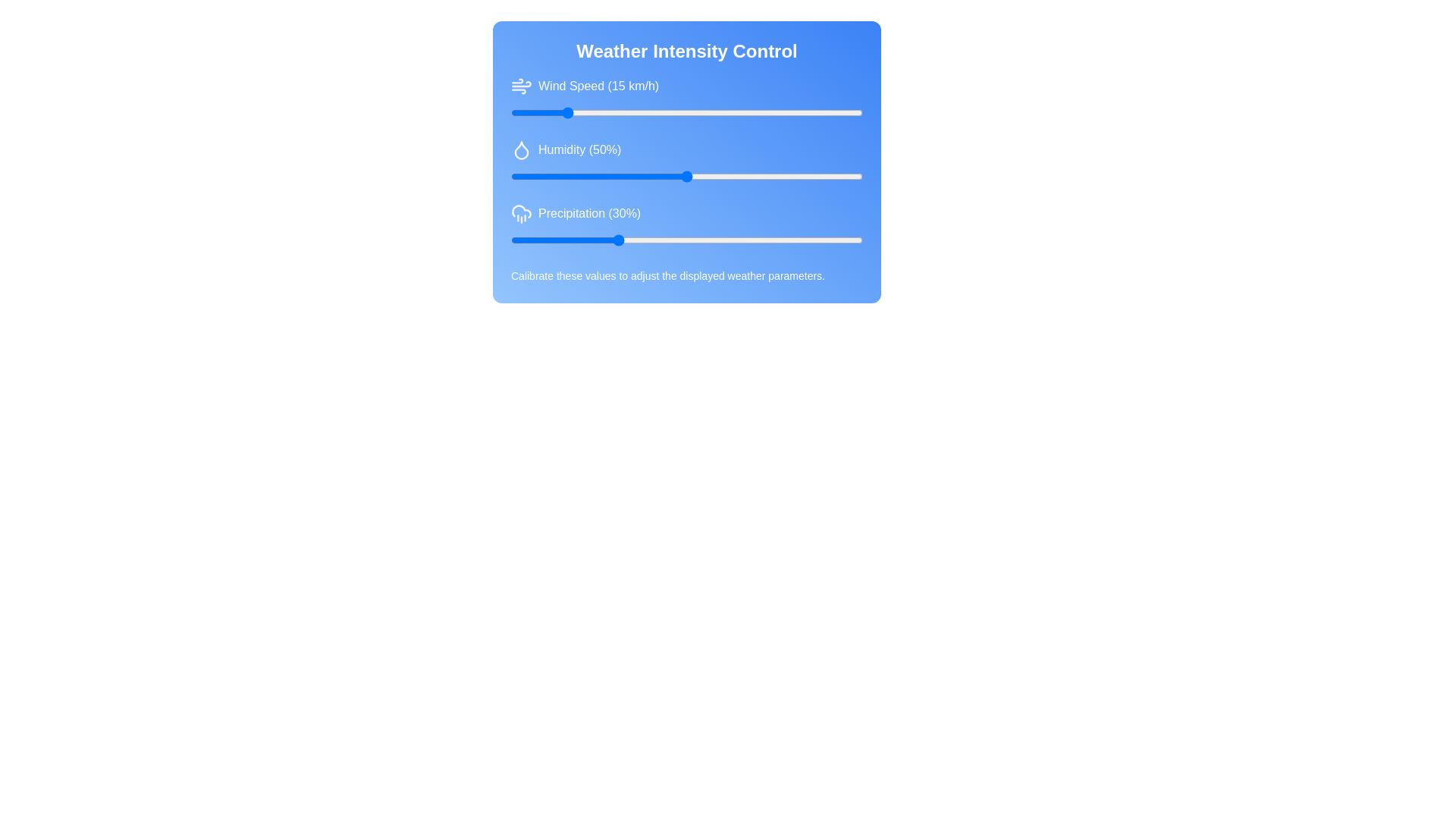 The width and height of the screenshot is (1456, 819). I want to click on and drag the horizontal slider bar with a gray background and blue selection indicating the wind speed value, located below the 'Wind Speed (15 km/h)' label, to adjust the value, so click(686, 112).